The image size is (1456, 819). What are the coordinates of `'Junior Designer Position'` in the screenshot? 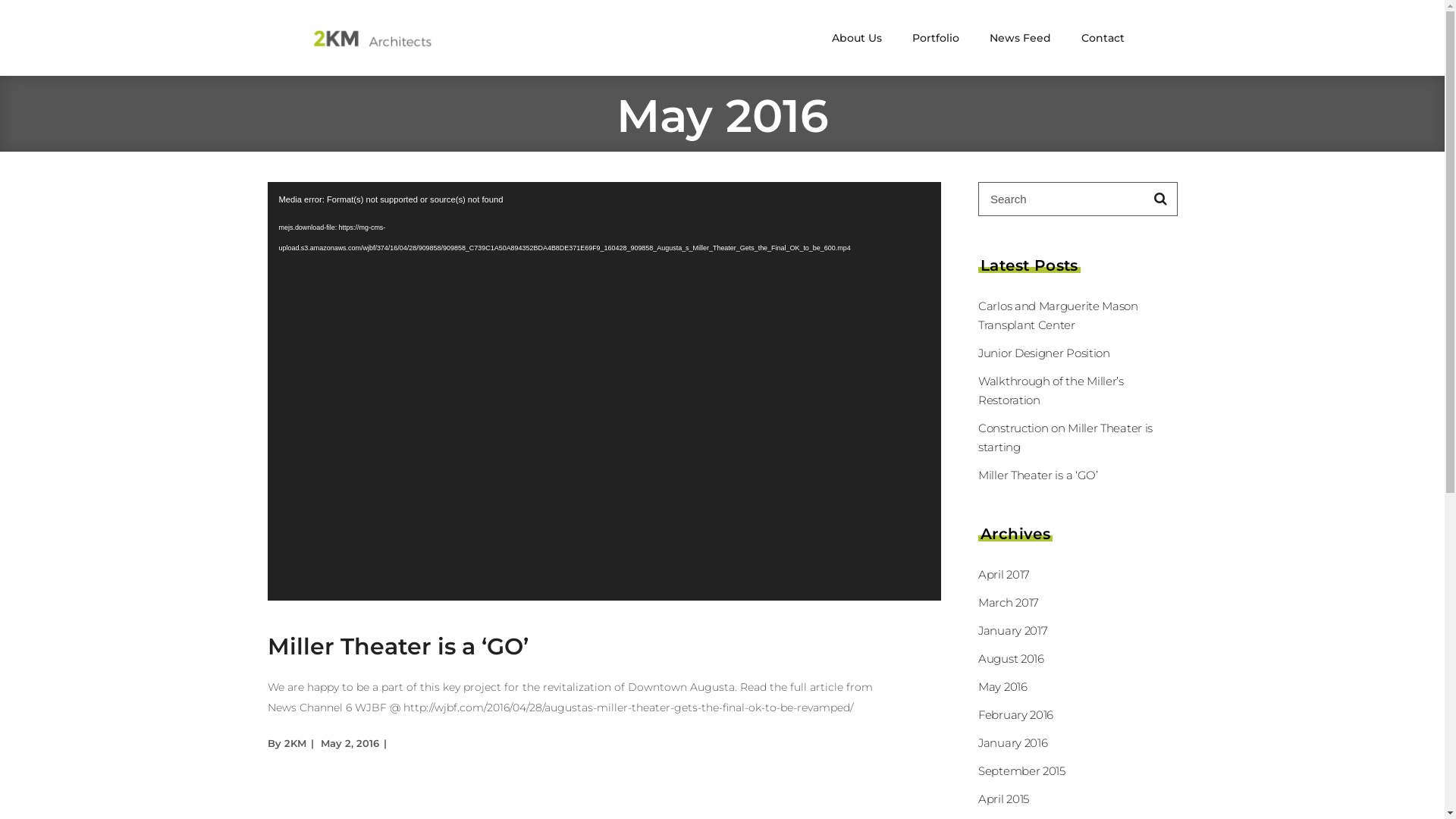 It's located at (1043, 353).